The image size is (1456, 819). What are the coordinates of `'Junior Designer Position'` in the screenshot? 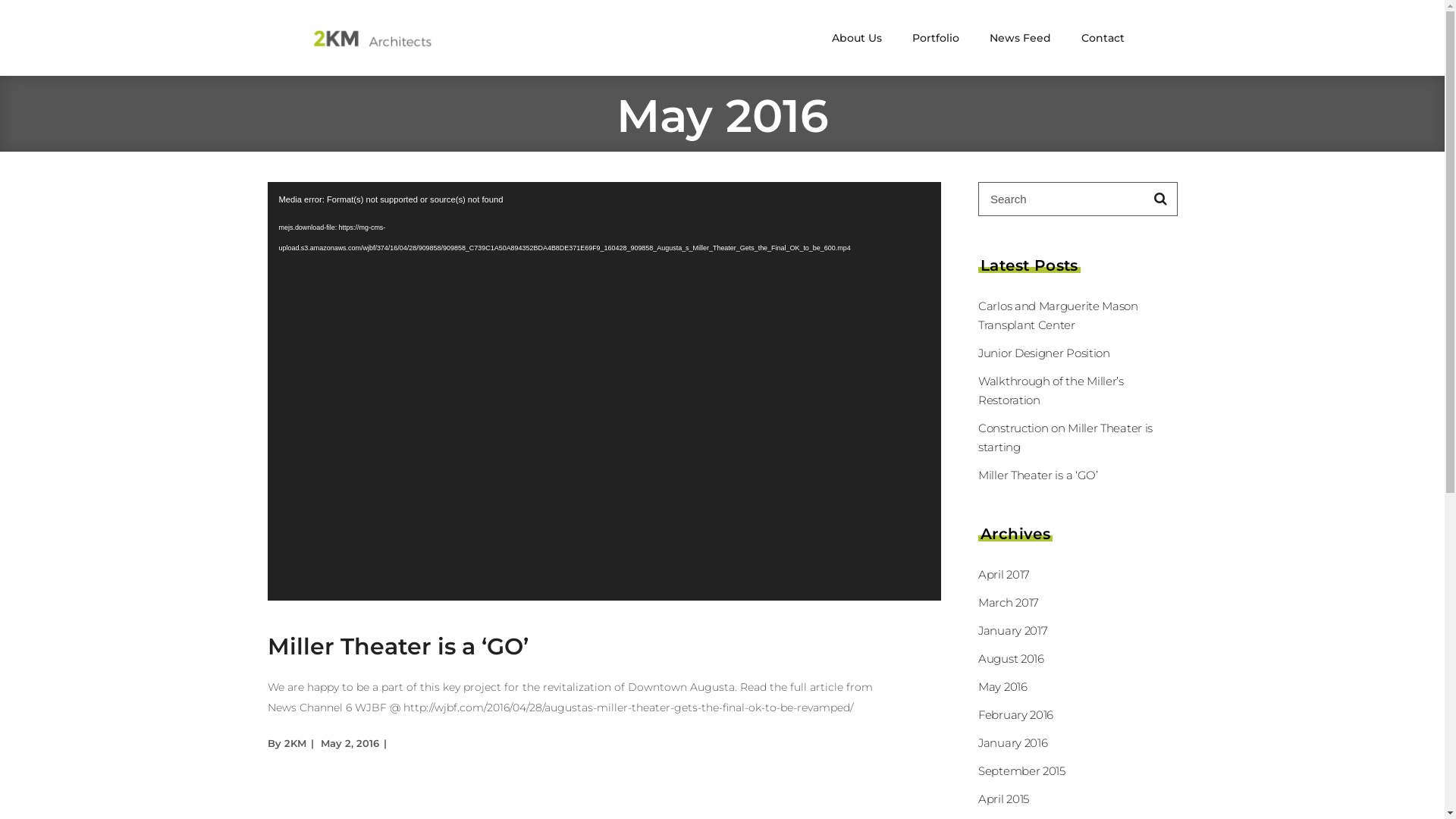 It's located at (1043, 353).